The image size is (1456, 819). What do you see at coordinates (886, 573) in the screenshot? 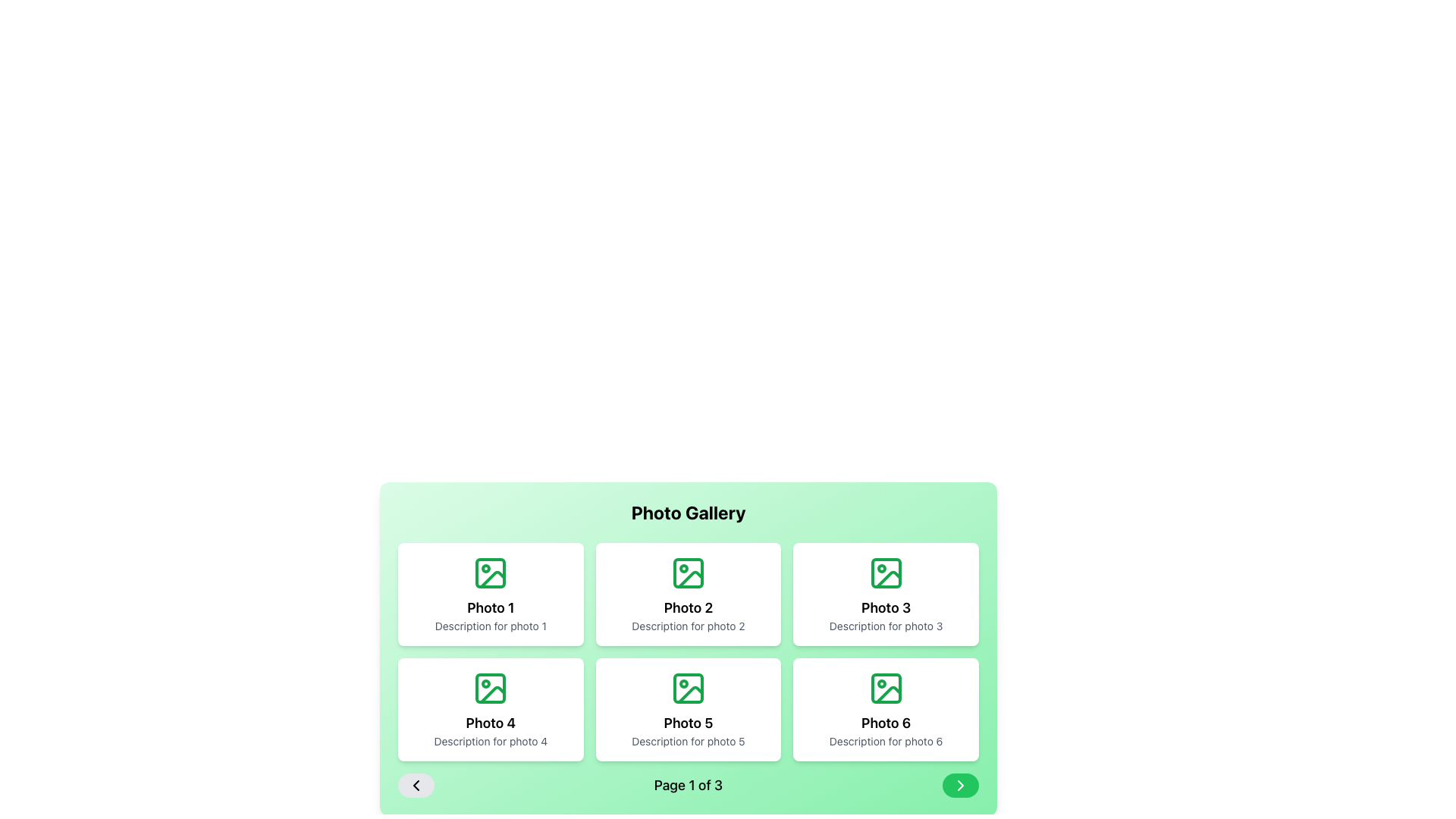
I see `the decorative background rectangle of the 'Photo 3' icon in the gallery's top row, which serves as the main visual component of the icon design` at bounding box center [886, 573].